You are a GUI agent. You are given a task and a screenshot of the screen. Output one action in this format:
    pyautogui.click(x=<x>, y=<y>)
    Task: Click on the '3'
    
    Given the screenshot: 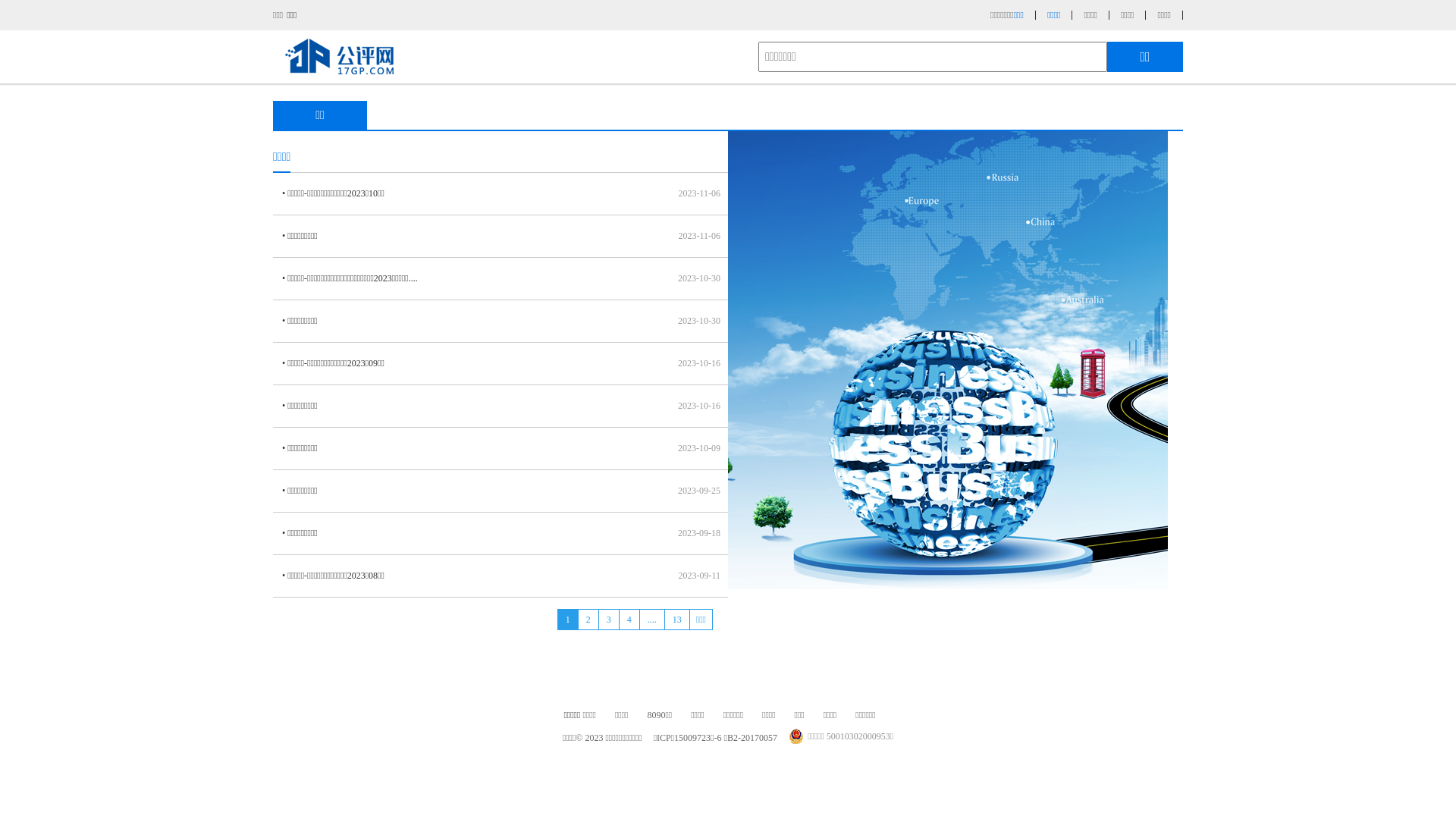 What is the action you would take?
    pyautogui.click(x=597, y=620)
    